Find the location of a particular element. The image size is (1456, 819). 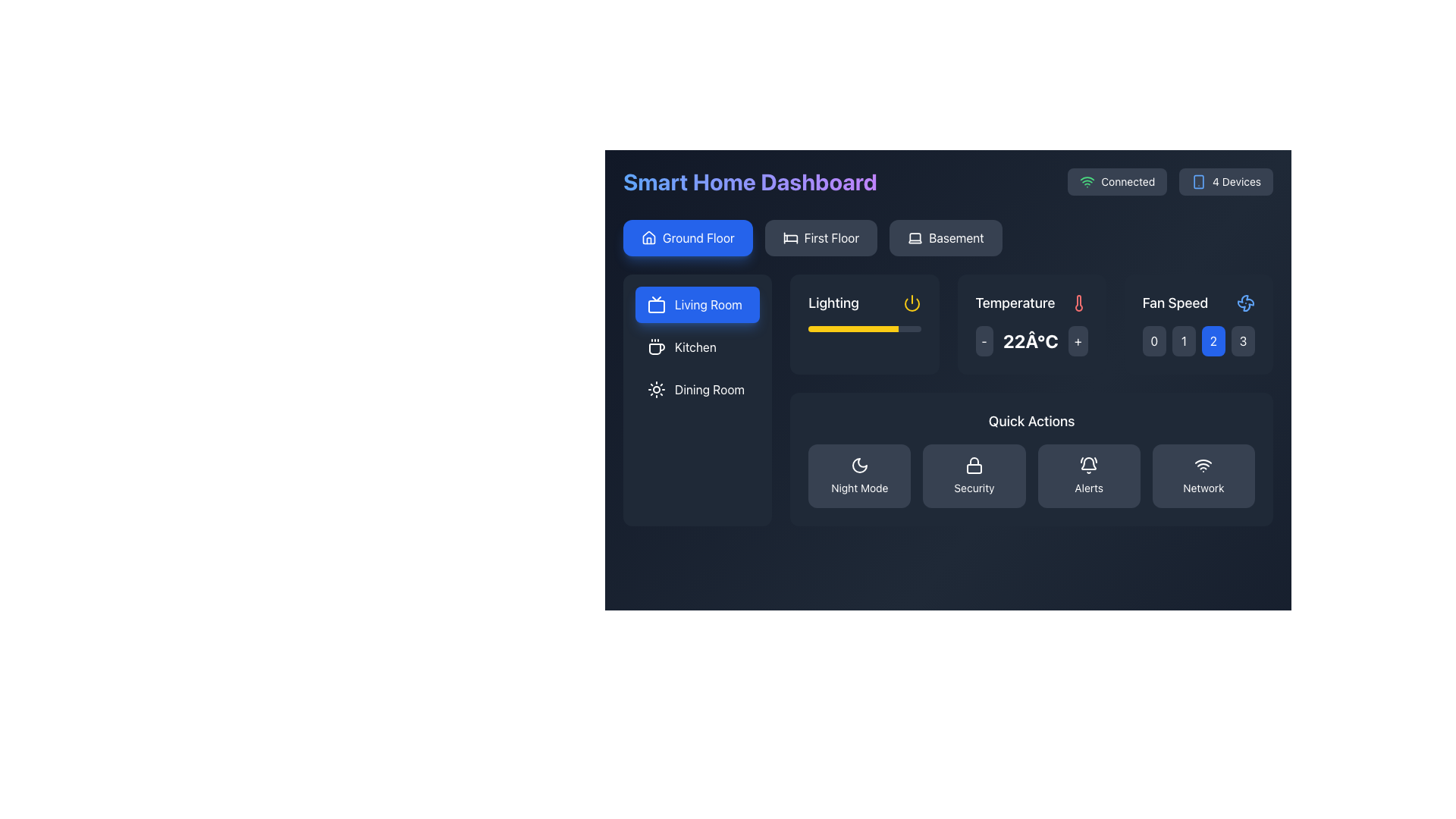

the 'Dining Room' text label in the vertical menu list is located at coordinates (709, 388).